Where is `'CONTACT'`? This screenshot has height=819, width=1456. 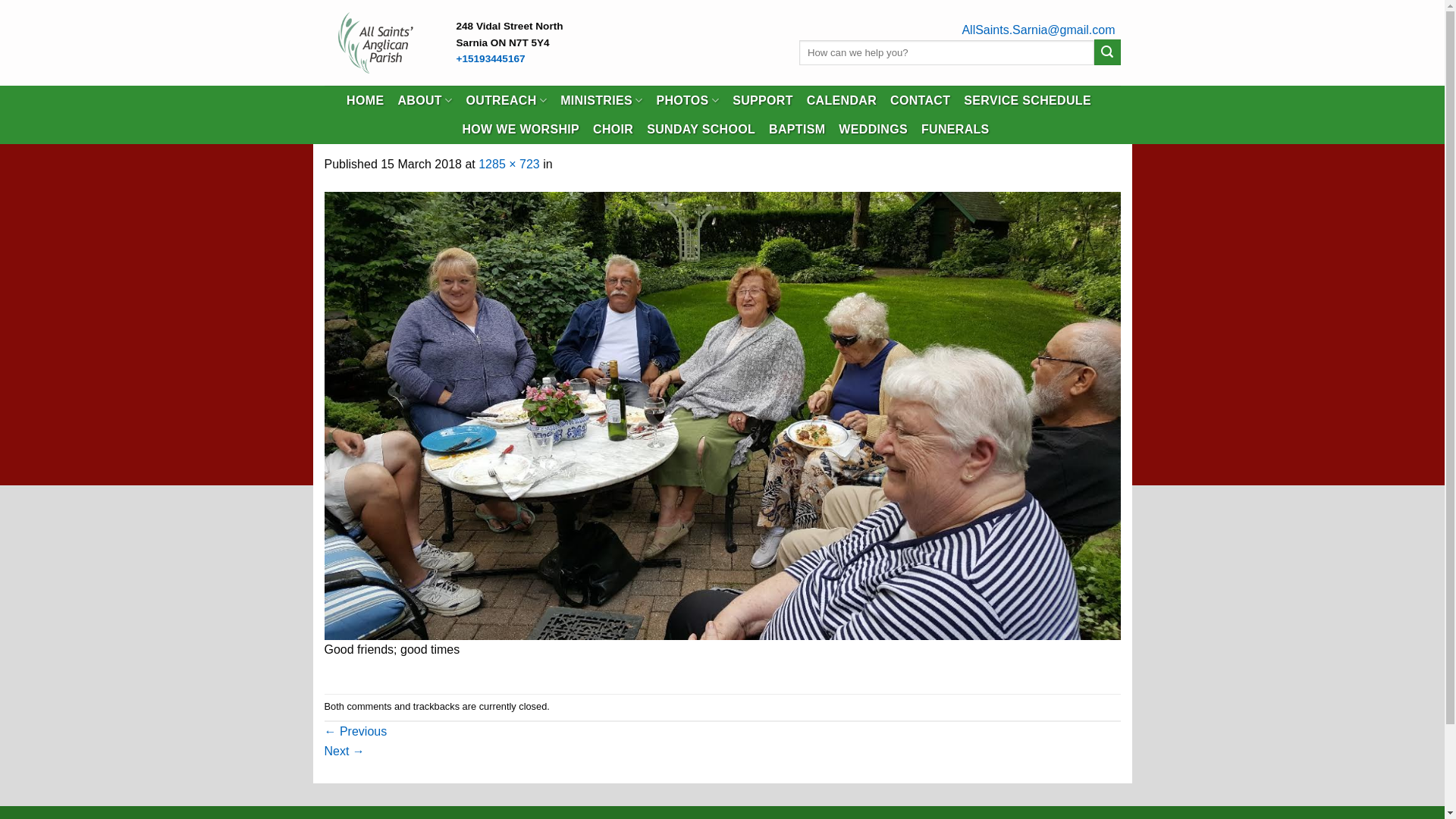
'CONTACT' is located at coordinates (919, 100).